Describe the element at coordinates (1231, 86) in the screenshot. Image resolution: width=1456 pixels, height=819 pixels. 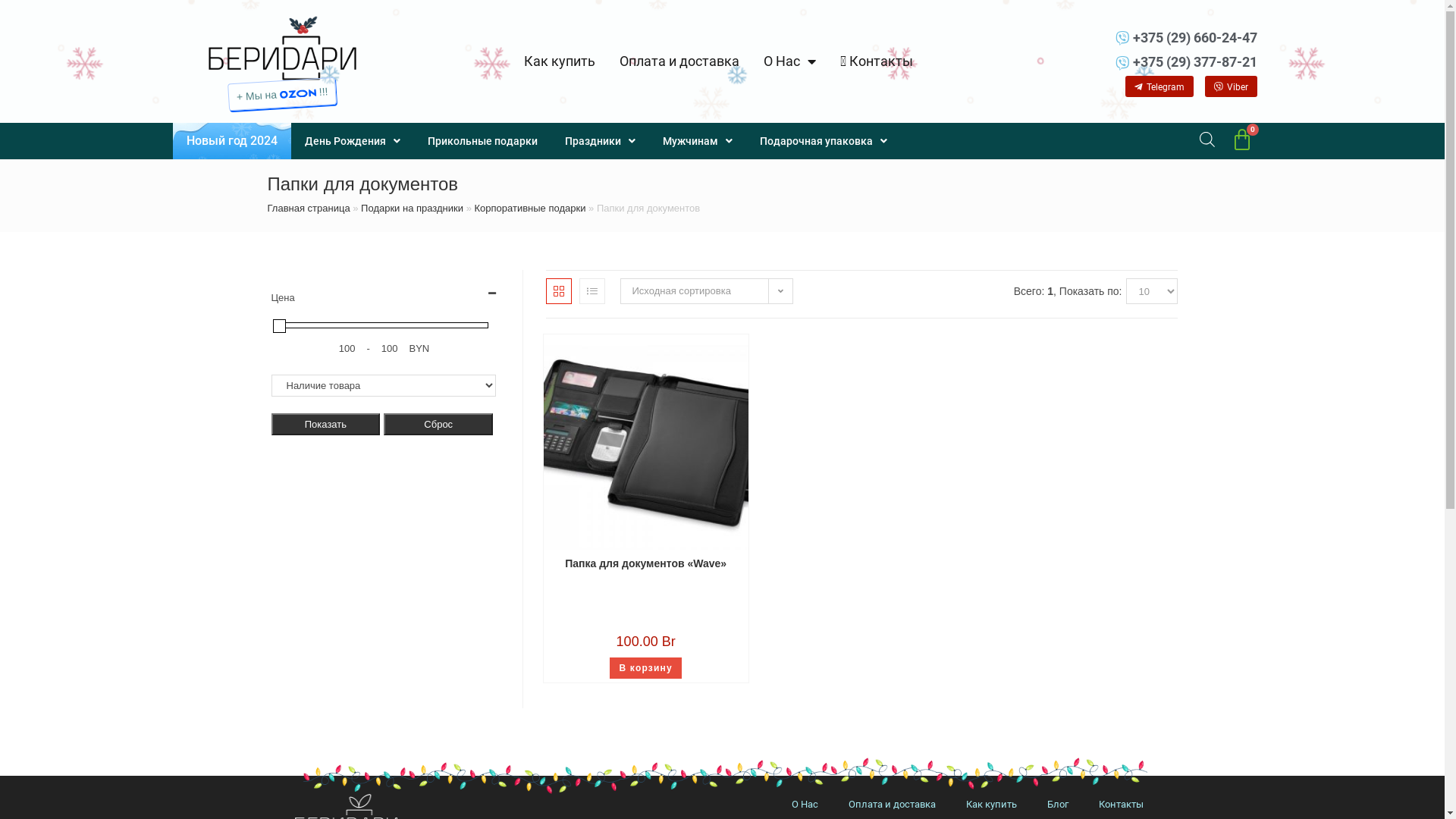
I see `'Viber'` at that location.